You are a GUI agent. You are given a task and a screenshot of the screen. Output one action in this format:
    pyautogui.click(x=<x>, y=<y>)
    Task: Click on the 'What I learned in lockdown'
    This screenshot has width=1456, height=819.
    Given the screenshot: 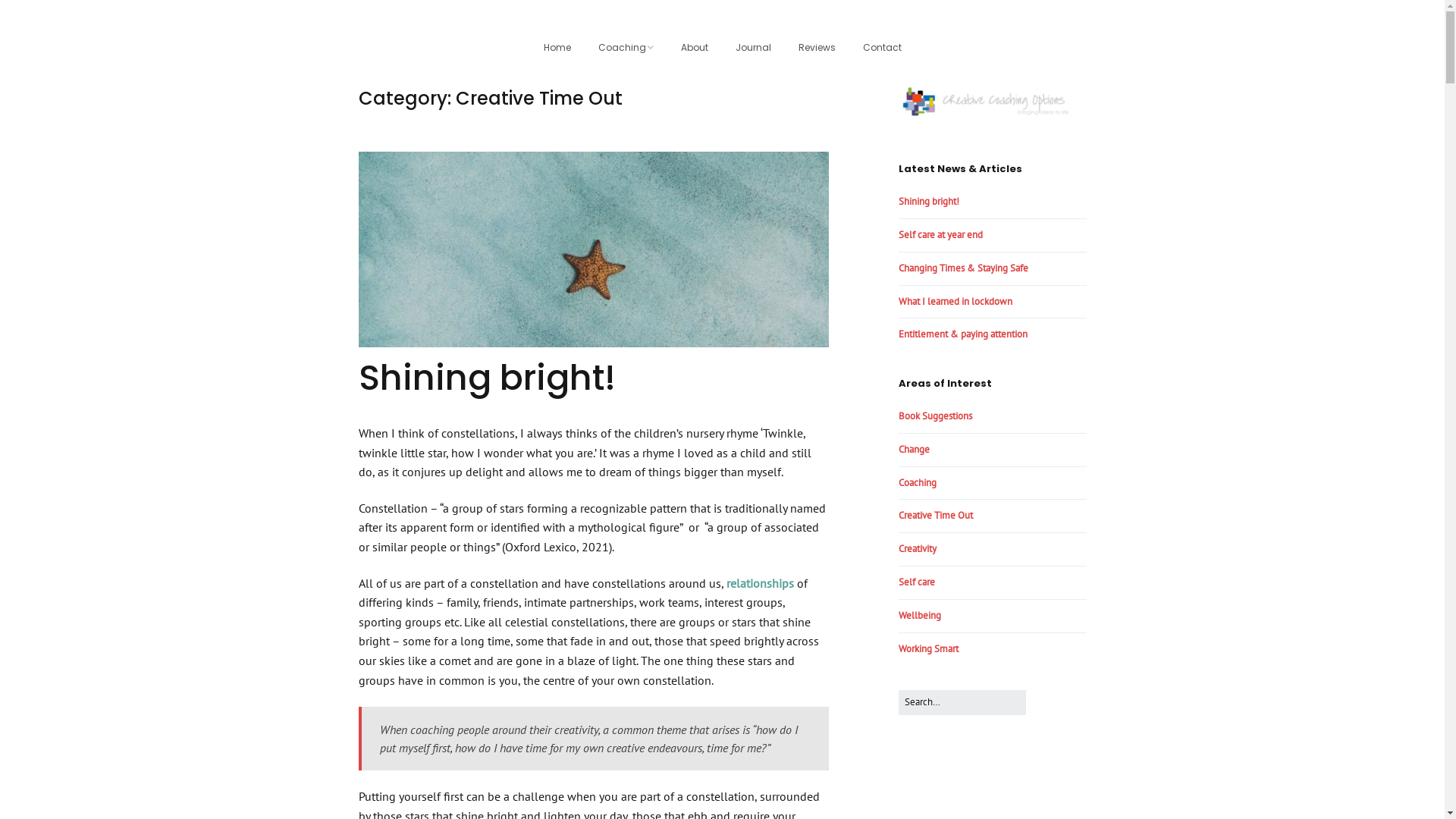 What is the action you would take?
    pyautogui.click(x=953, y=301)
    